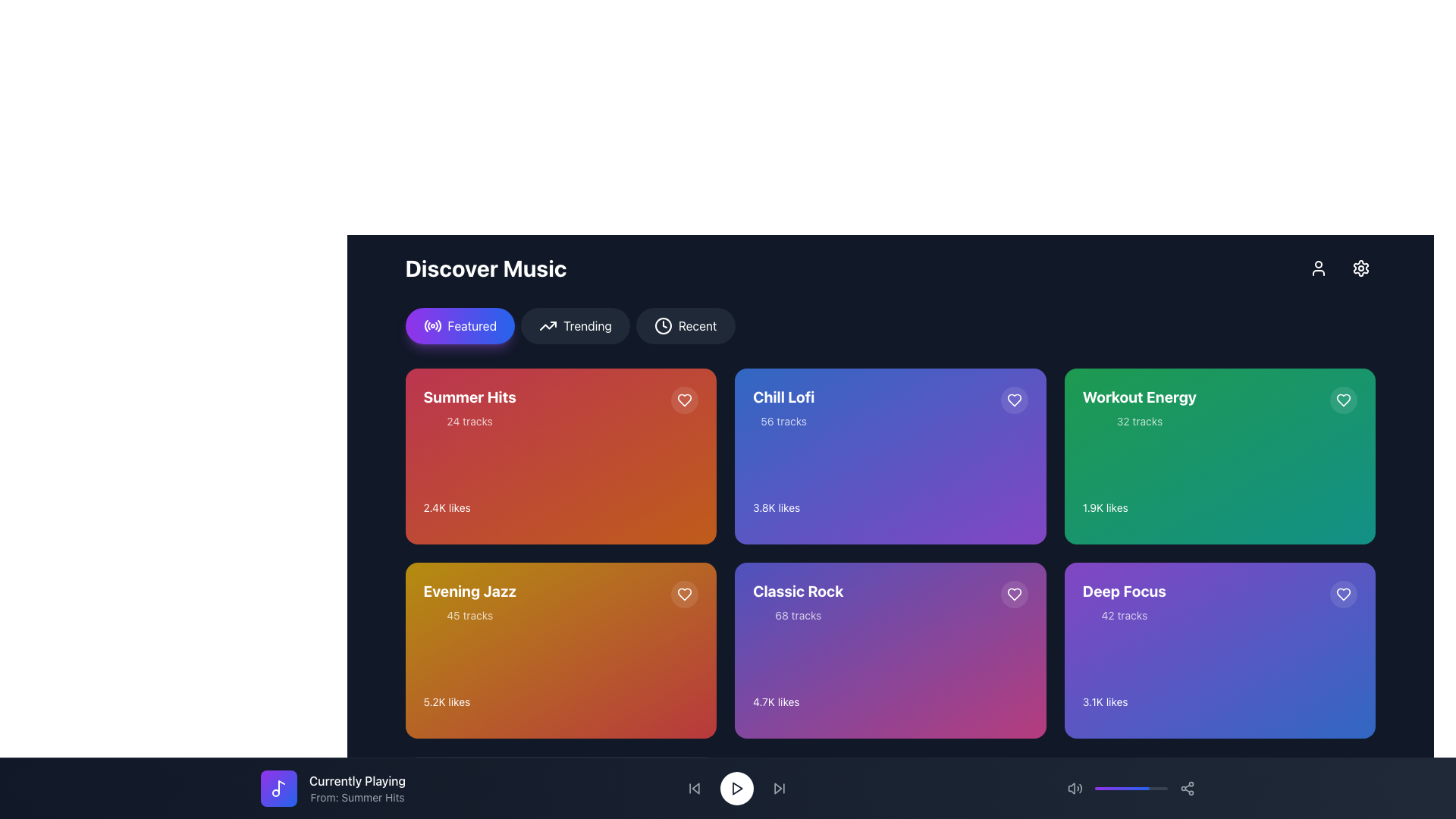  Describe the element at coordinates (663, 325) in the screenshot. I see `circular element representing the clock symbol for the 'Recent' functionality located to the right of the 'Trending' button in the top navigation bar` at that location.